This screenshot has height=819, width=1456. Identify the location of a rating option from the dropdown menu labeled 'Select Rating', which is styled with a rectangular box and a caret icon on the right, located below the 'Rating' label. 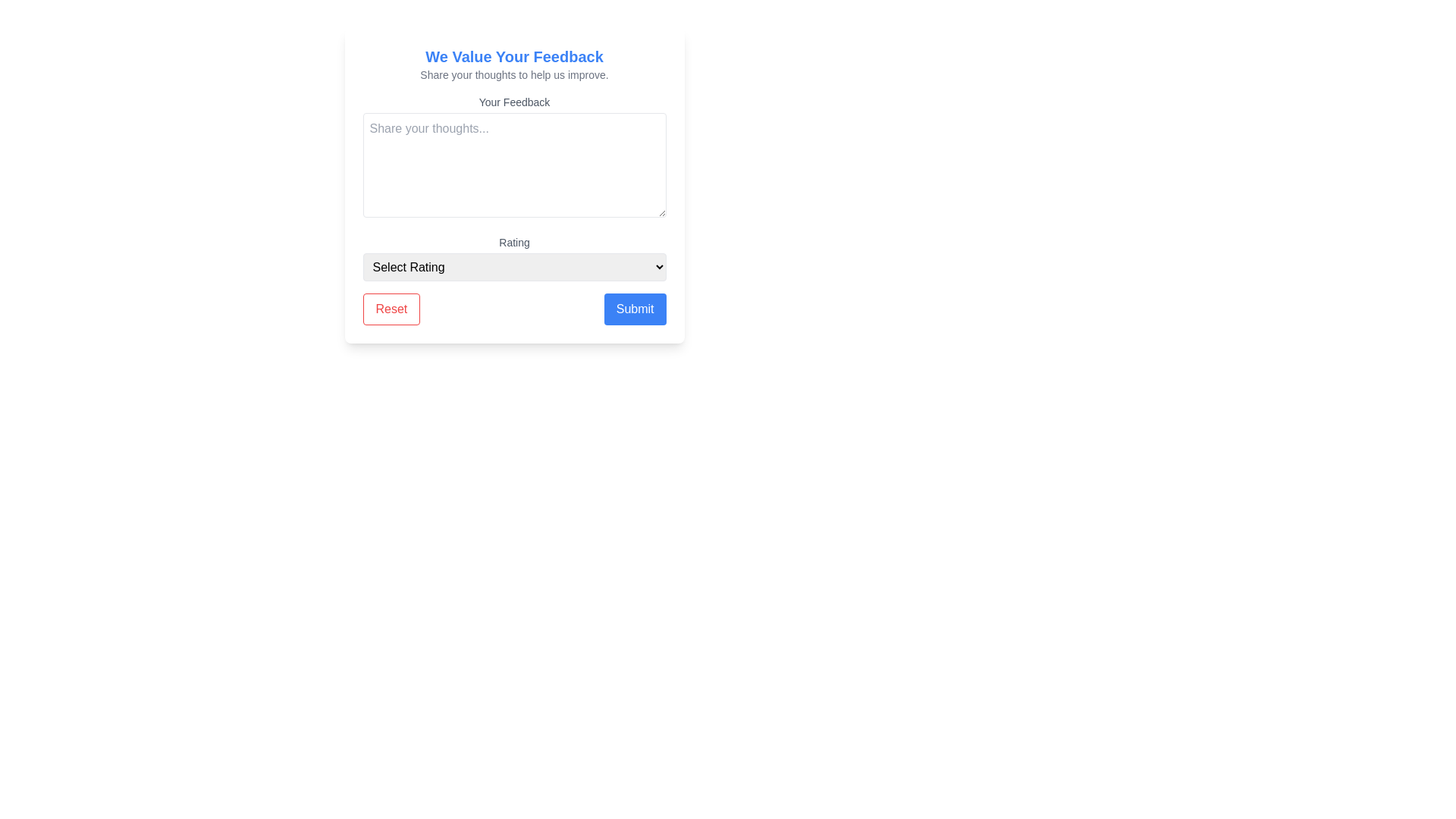
(514, 266).